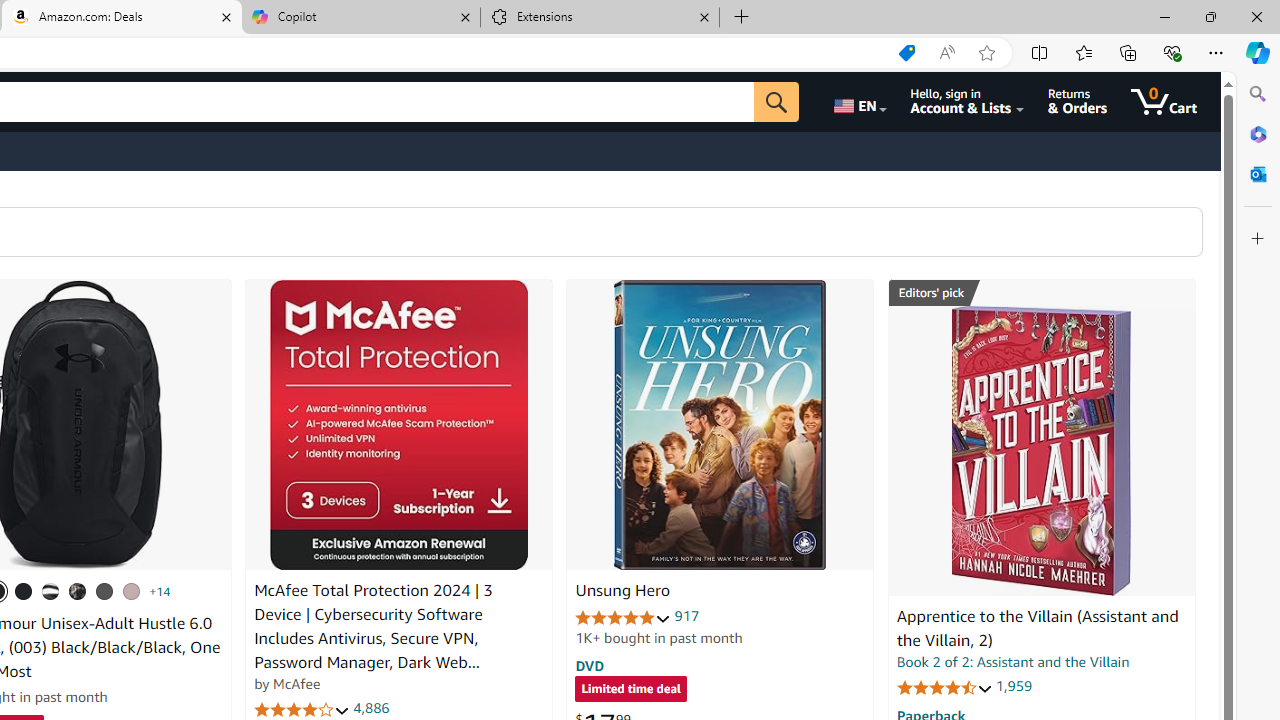  What do you see at coordinates (945, 52) in the screenshot?
I see `'Read aloud this page (Ctrl+Shift+U)'` at bounding box center [945, 52].